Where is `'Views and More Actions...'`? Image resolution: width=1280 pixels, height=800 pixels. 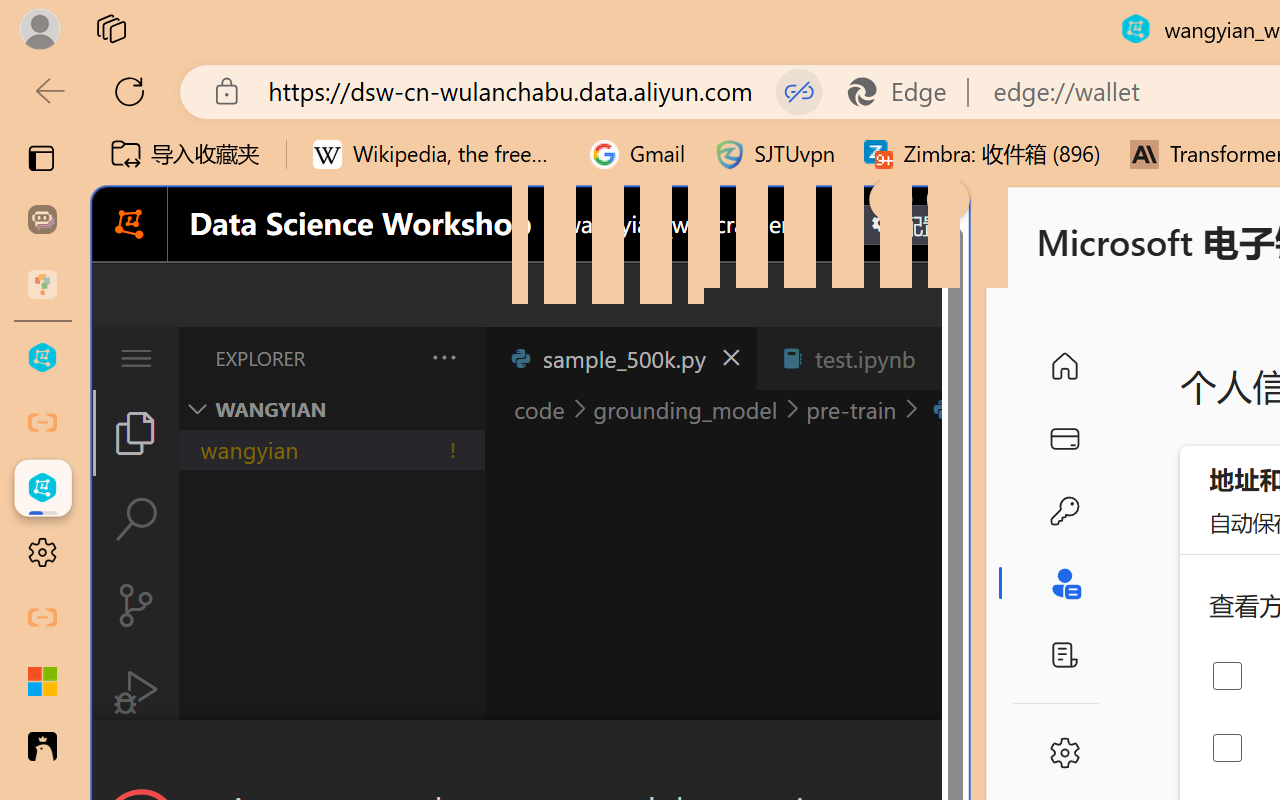
'Views and More Actions...' is located at coordinates (441, 357).